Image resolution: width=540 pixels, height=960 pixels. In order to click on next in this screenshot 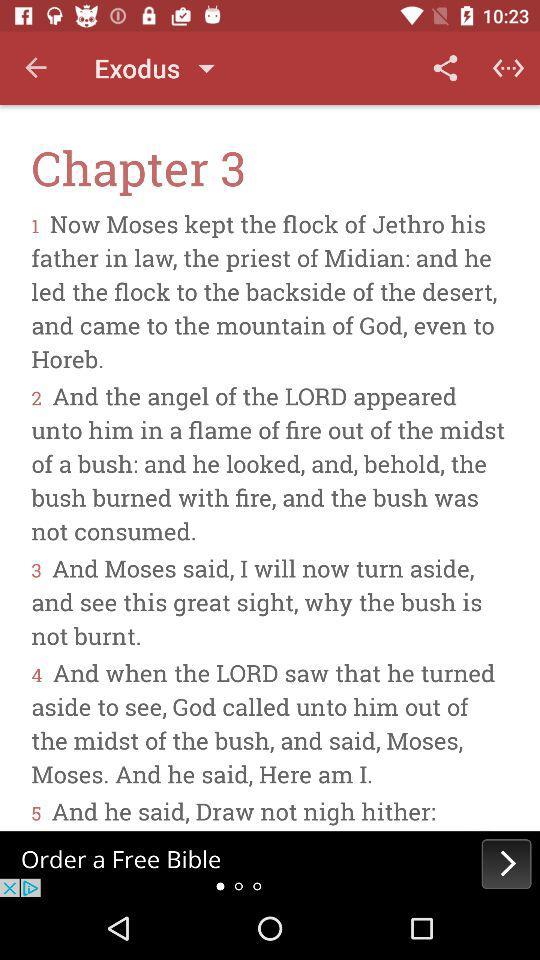, I will do `click(270, 863)`.